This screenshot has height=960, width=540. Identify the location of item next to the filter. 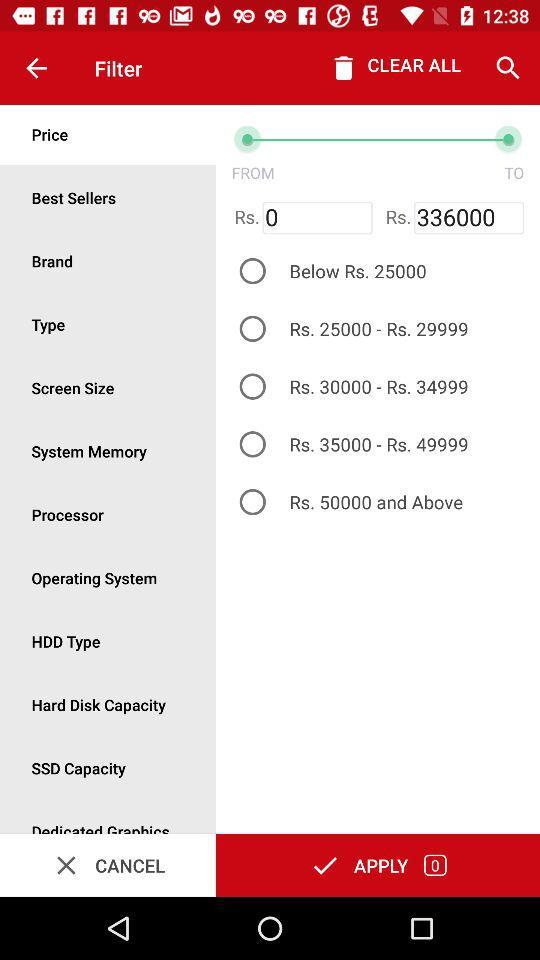
(36, 68).